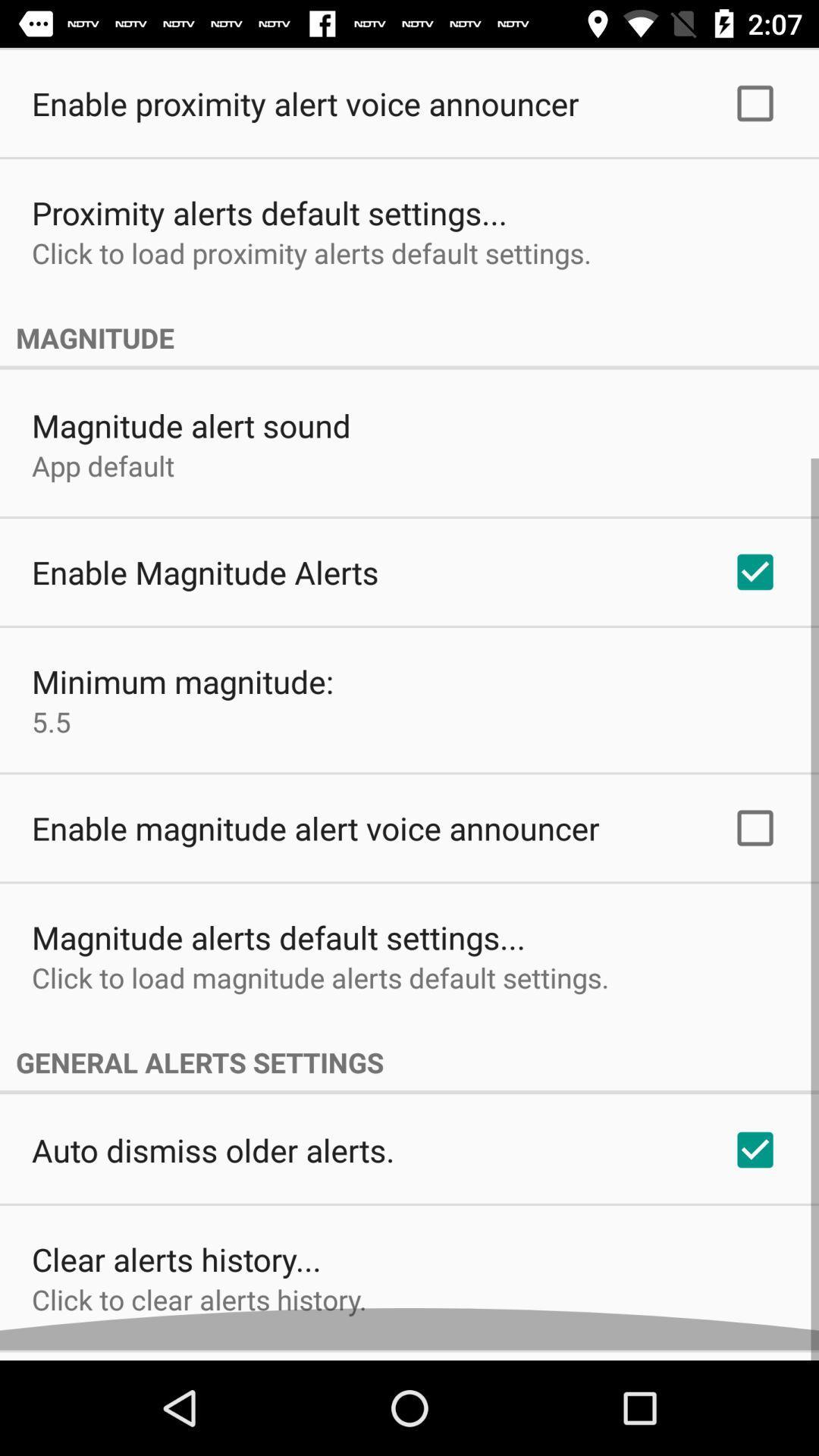 This screenshot has height=1456, width=819. Describe the element at coordinates (102, 475) in the screenshot. I see `the icon above the enable magnitude alerts app` at that location.